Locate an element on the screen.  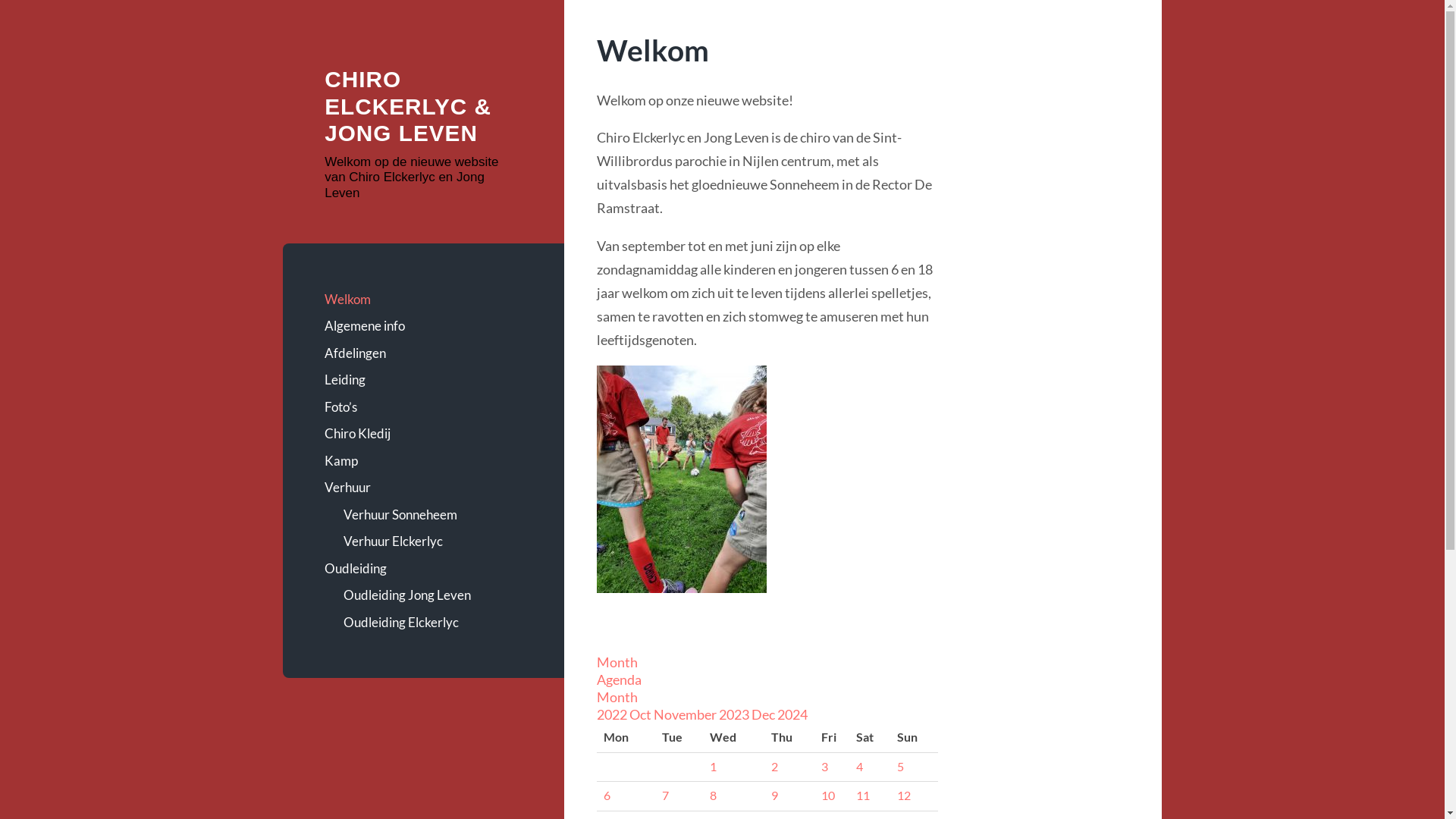
'8' is located at coordinates (709, 795).